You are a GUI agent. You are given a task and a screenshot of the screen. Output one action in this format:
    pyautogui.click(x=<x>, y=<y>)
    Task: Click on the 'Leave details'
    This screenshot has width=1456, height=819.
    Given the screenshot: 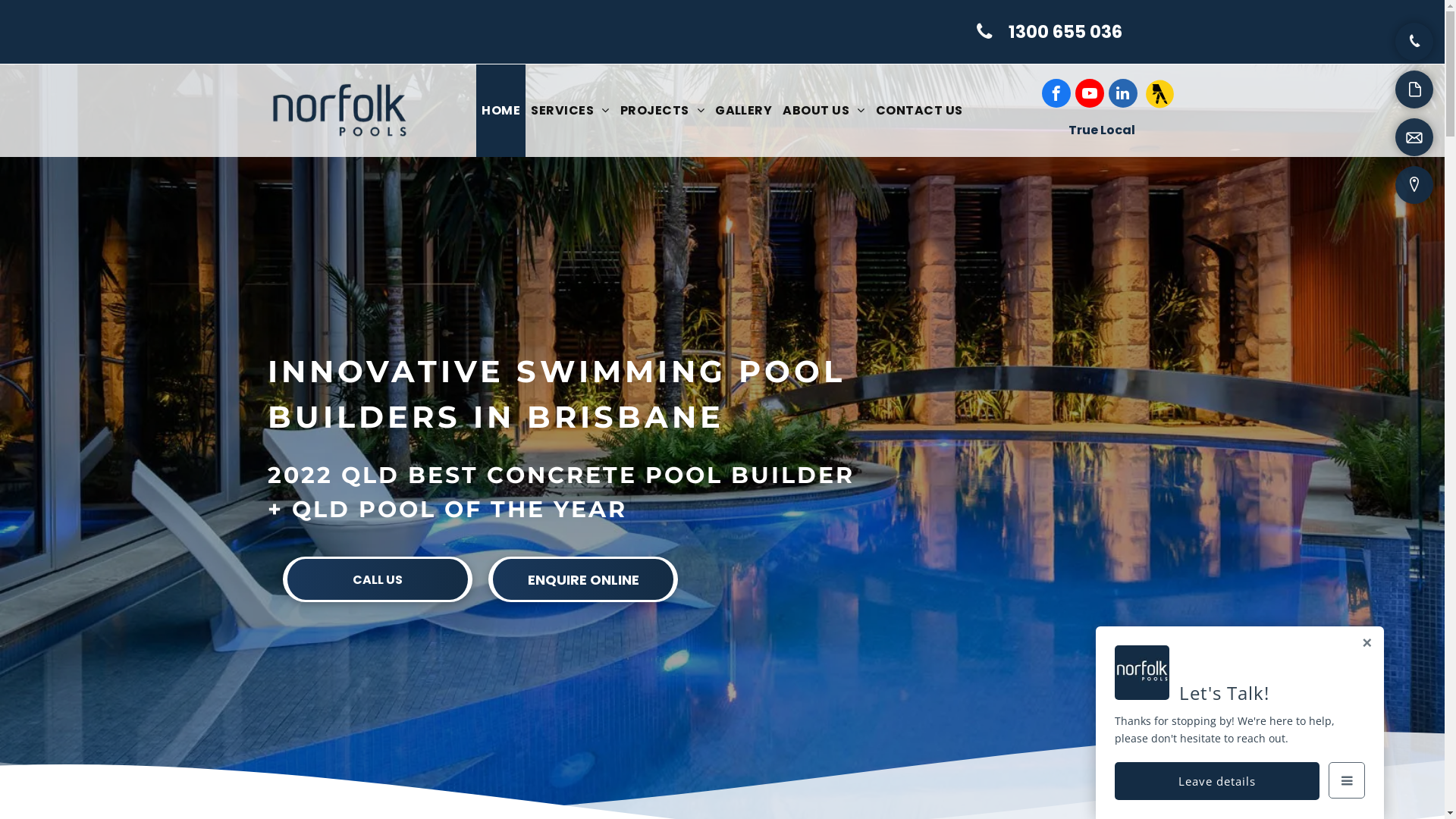 What is the action you would take?
    pyautogui.click(x=1216, y=780)
    